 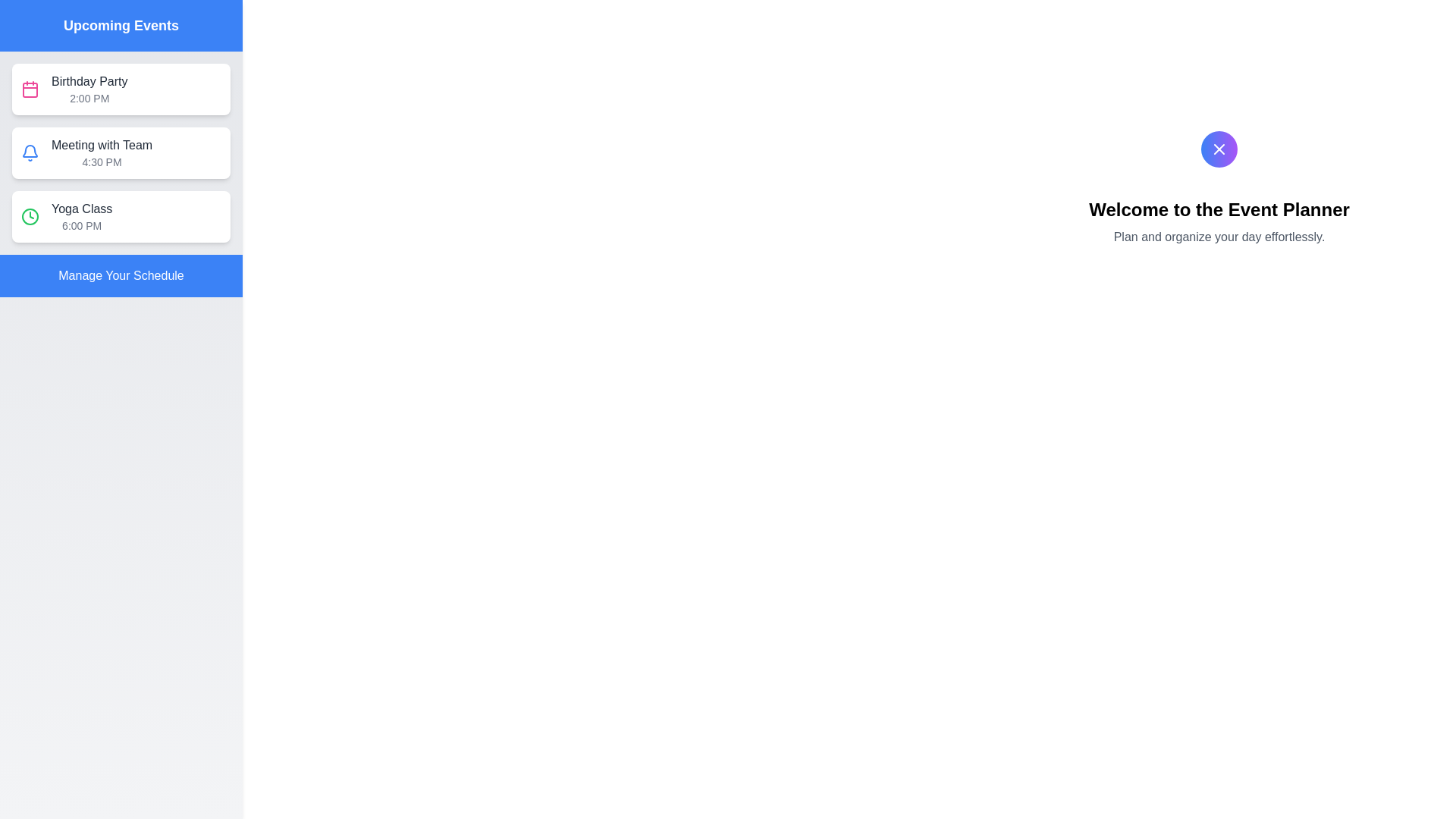 What do you see at coordinates (1219, 149) in the screenshot?
I see `the circular button with a gradient from blue to purple featuring a white 'X' icon` at bounding box center [1219, 149].